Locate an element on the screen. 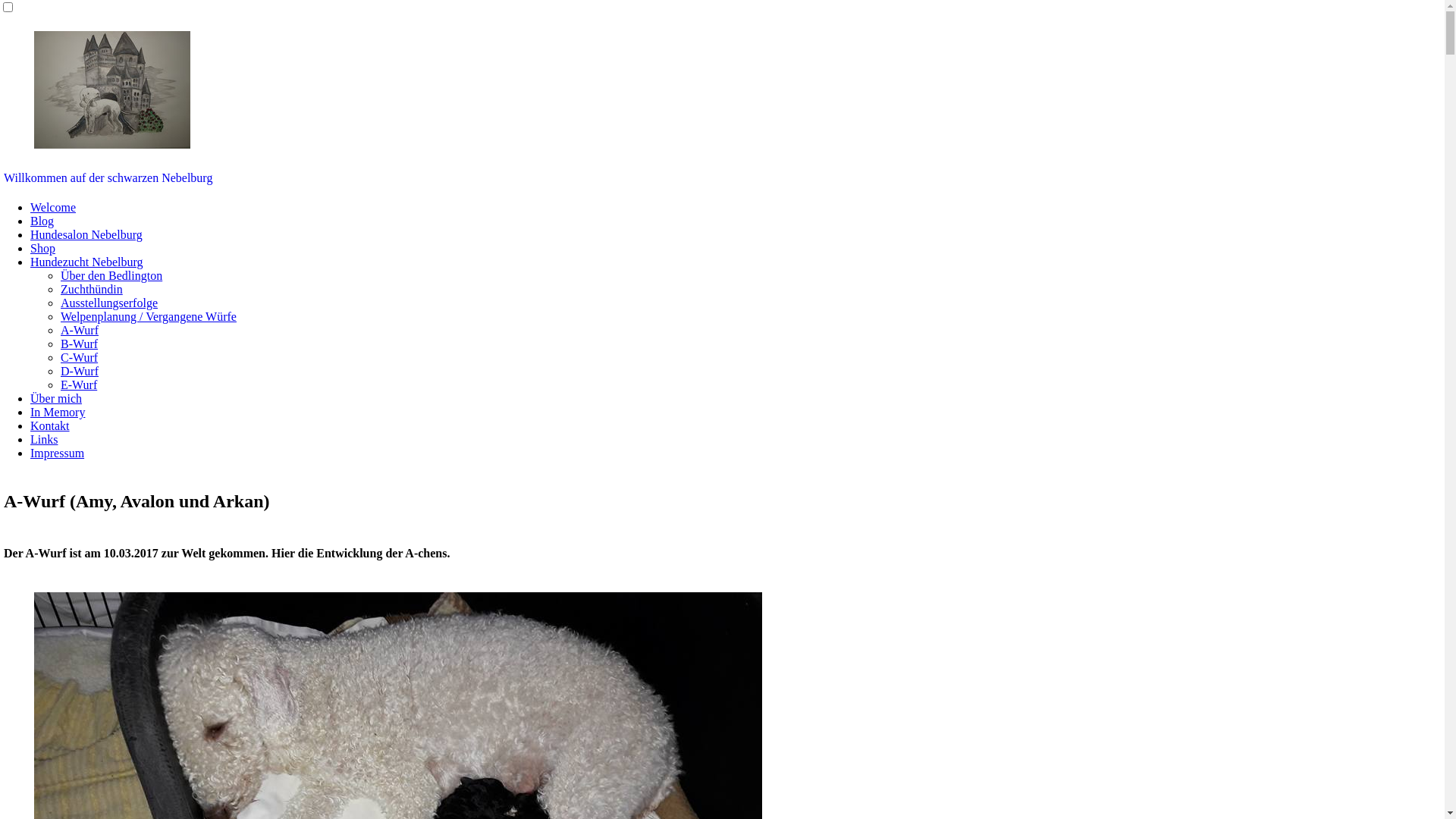 Image resolution: width=1456 pixels, height=819 pixels. 'A-Wurf' is located at coordinates (79, 329).